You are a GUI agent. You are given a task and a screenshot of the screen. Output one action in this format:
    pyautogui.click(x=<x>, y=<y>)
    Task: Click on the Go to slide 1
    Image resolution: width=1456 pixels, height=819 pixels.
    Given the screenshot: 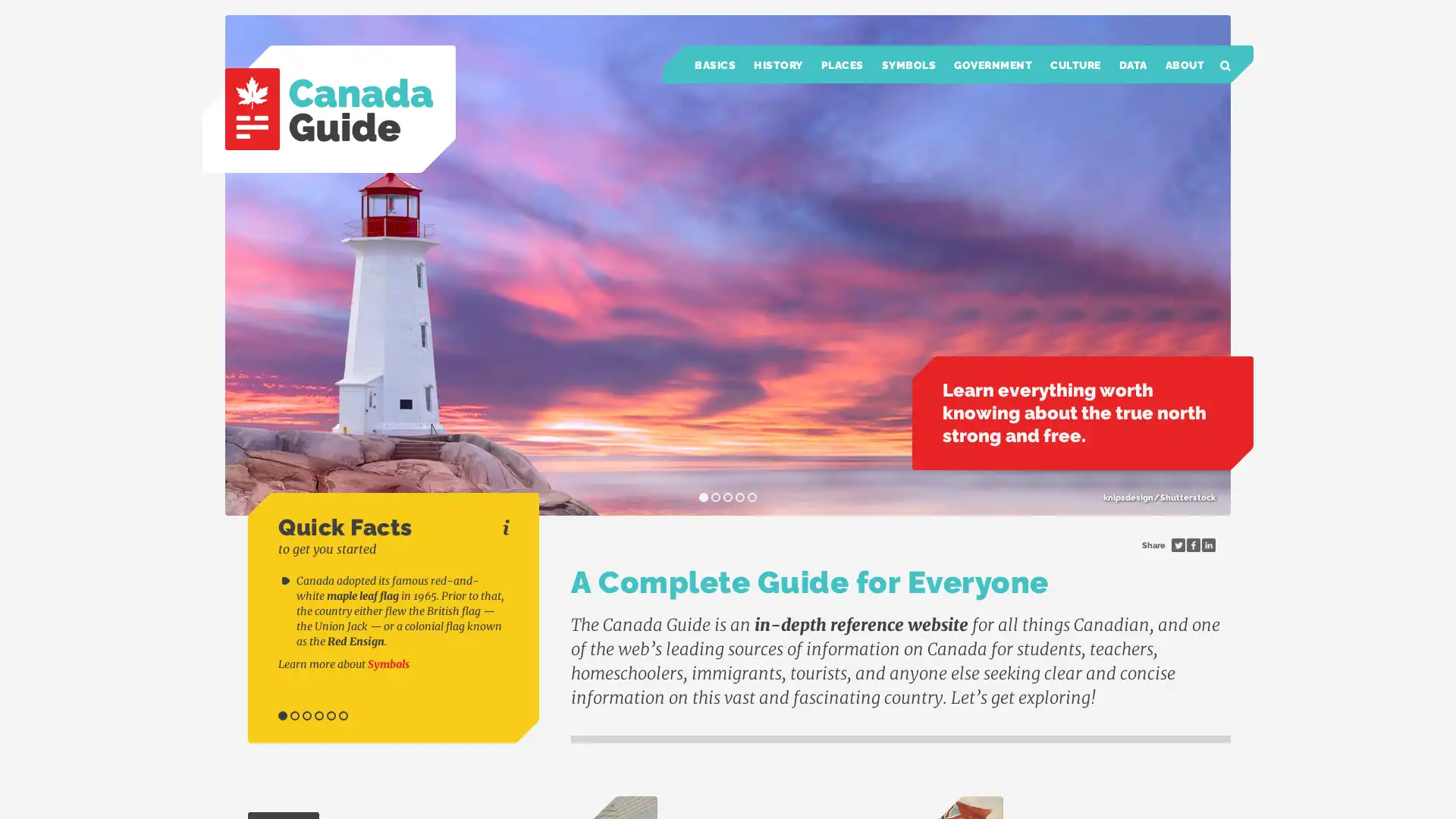 What is the action you would take?
    pyautogui.click(x=283, y=716)
    